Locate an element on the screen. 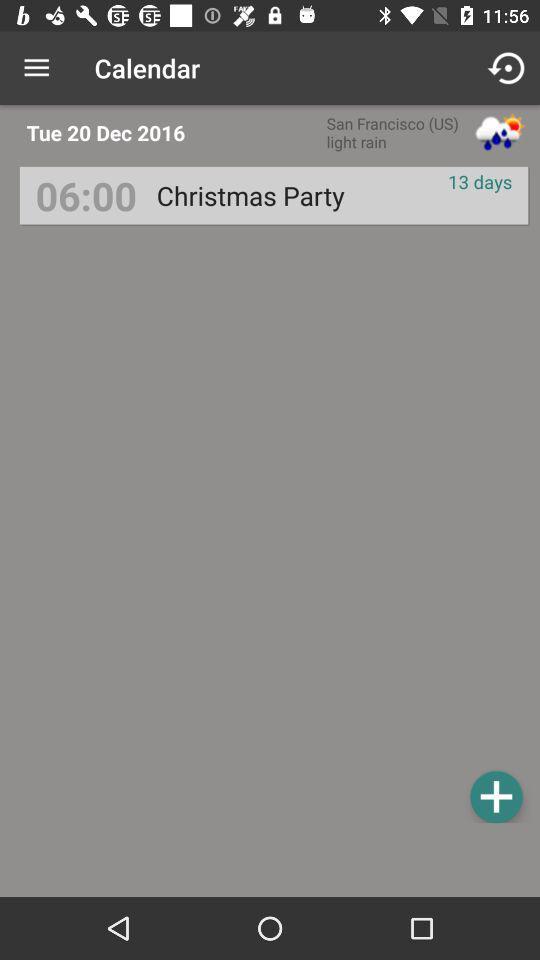 The image size is (540, 960). the item at the bottom right corner is located at coordinates (495, 796).